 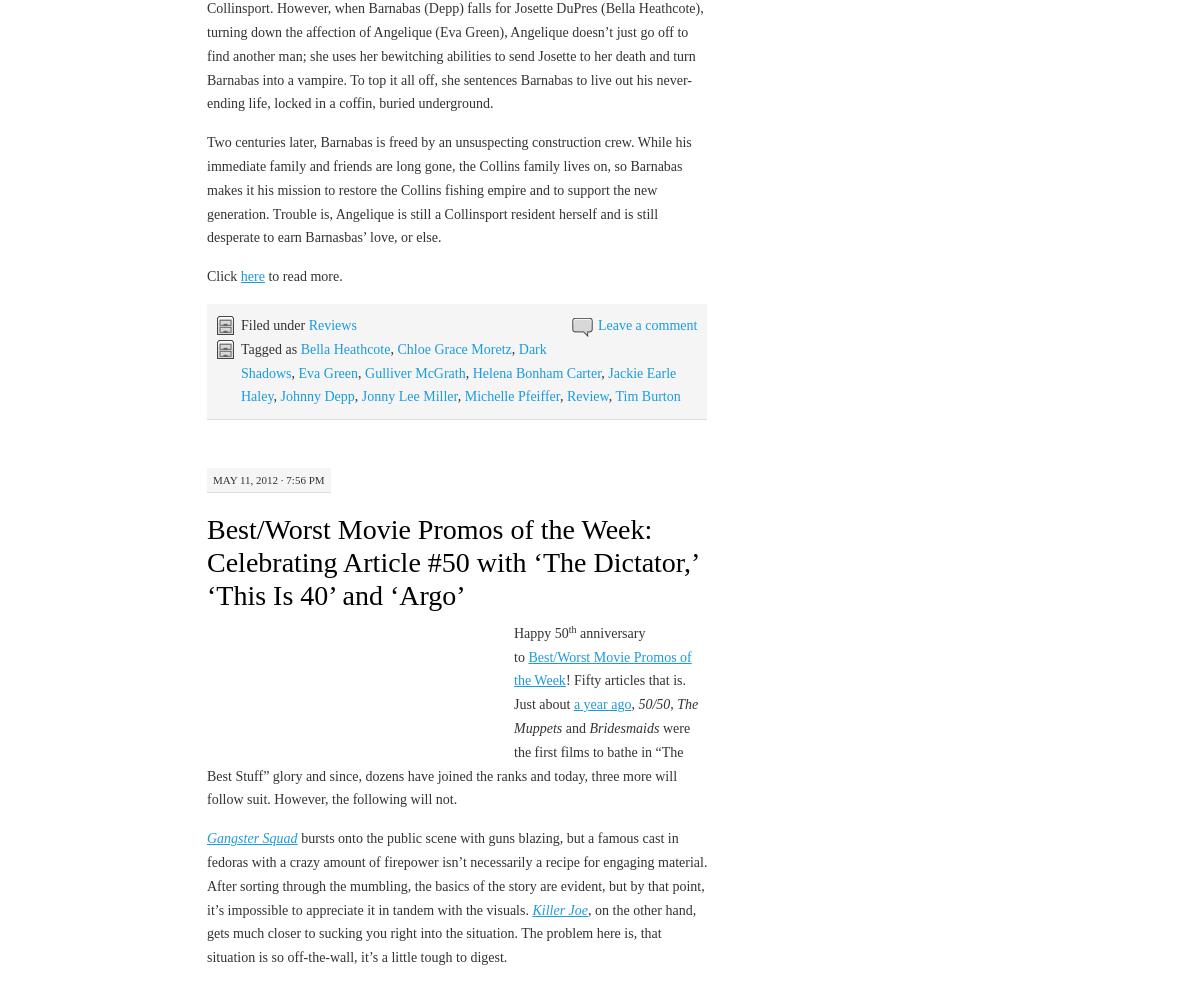 What do you see at coordinates (646, 325) in the screenshot?
I see `'Leave a comment'` at bounding box center [646, 325].